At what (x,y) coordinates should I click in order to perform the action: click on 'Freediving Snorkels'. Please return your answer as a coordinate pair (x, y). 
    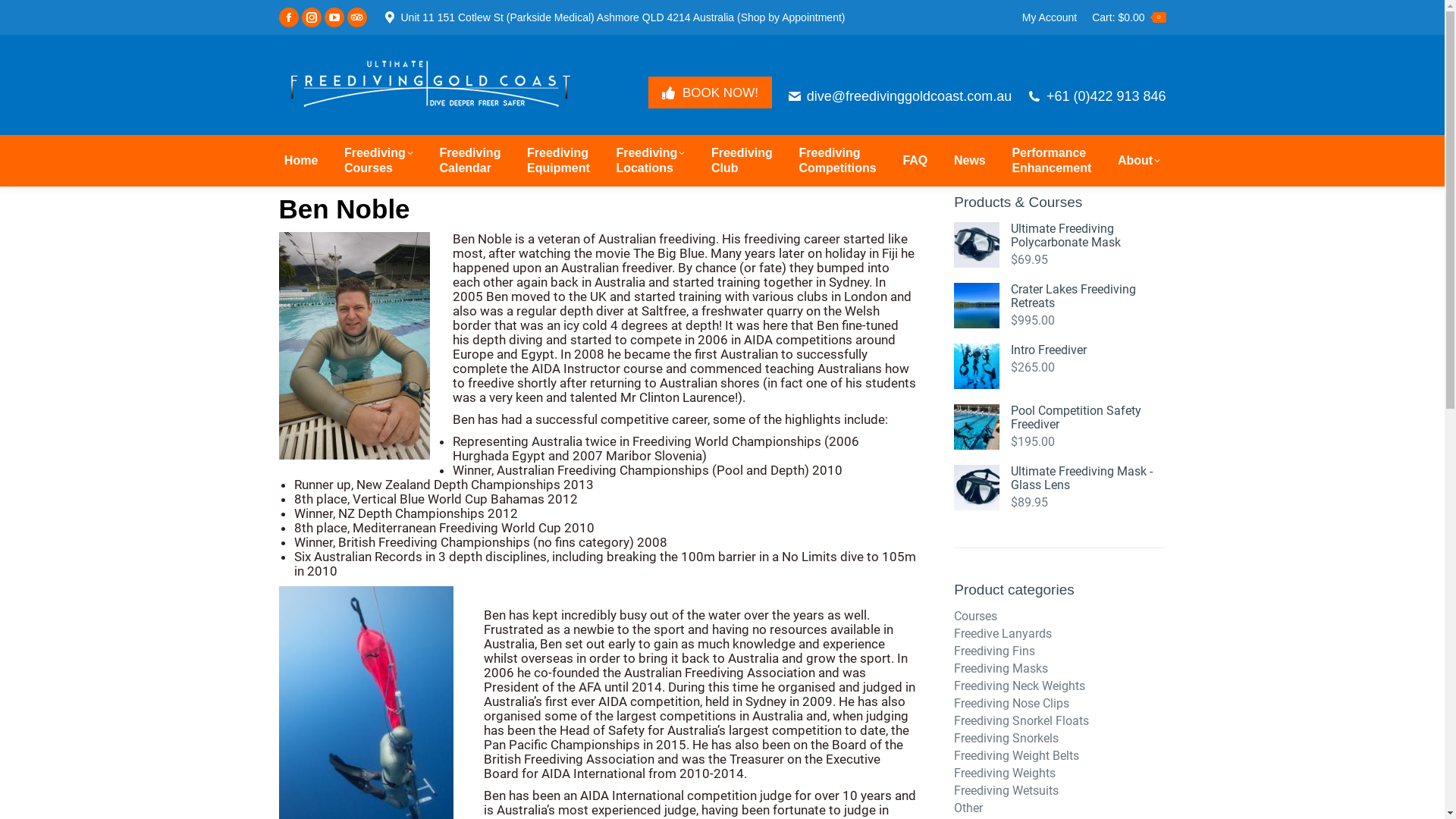
    Looking at the image, I should click on (1006, 738).